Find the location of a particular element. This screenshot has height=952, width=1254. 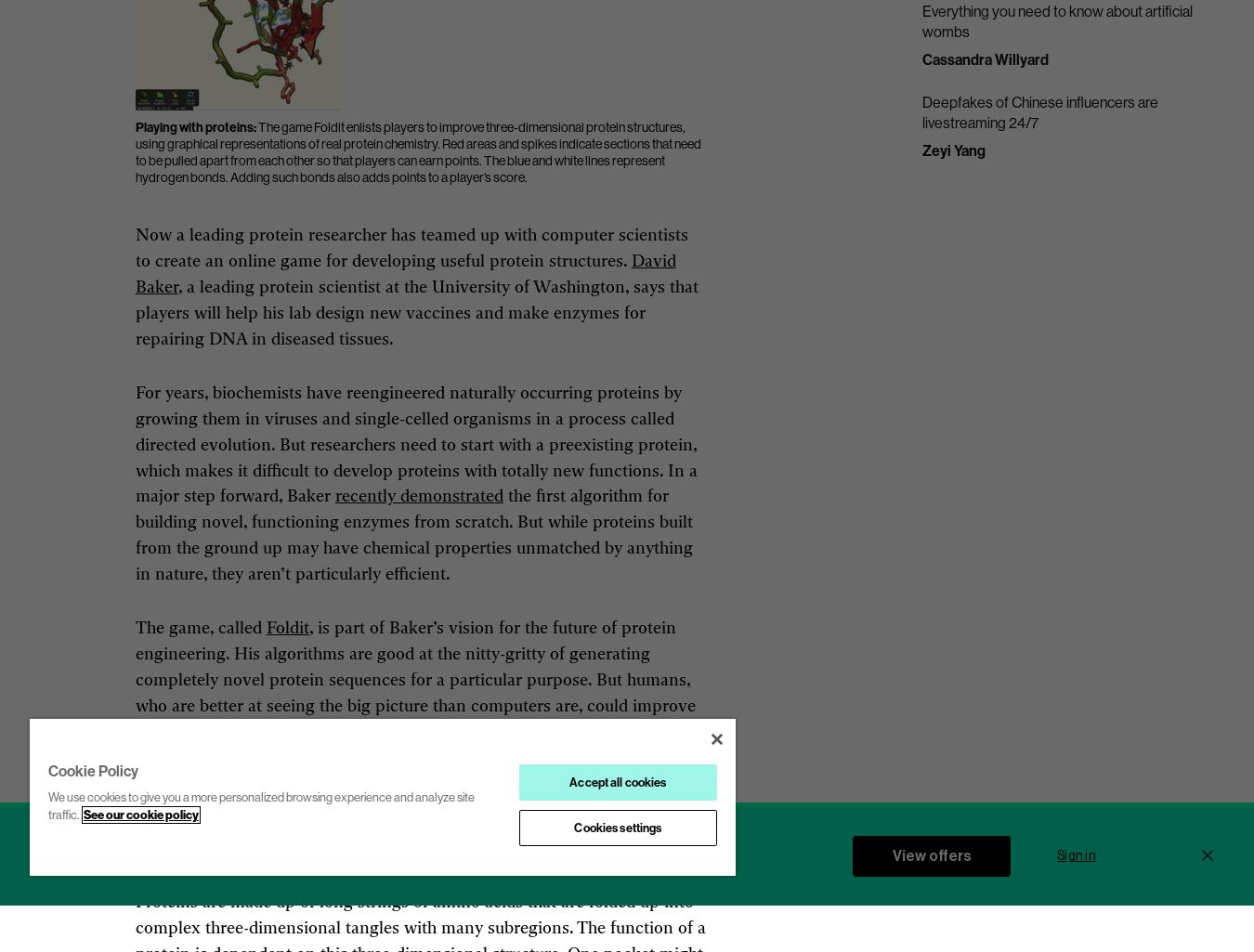

'The game, called' is located at coordinates (200, 628).